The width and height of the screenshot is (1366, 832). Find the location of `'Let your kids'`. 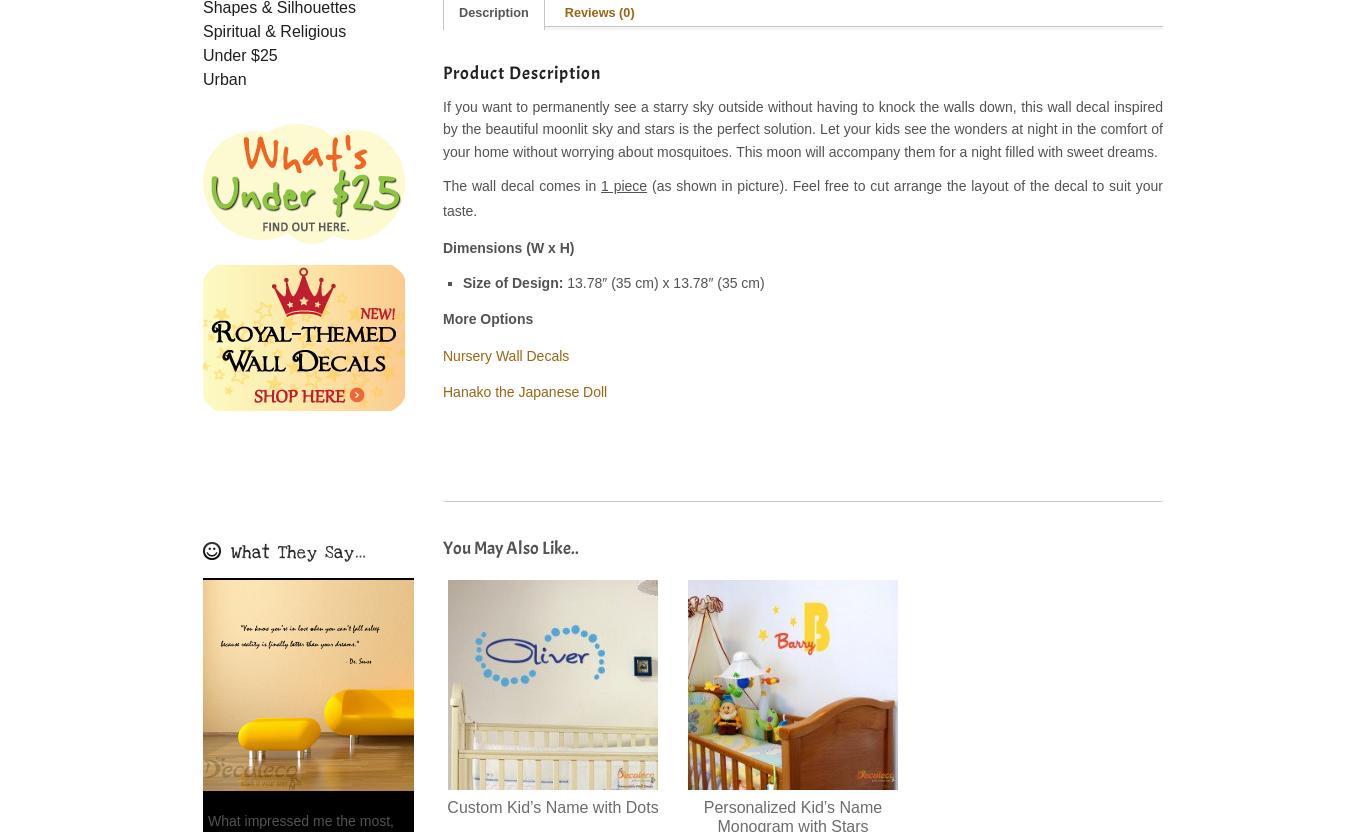

'Let your kids' is located at coordinates (859, 128).